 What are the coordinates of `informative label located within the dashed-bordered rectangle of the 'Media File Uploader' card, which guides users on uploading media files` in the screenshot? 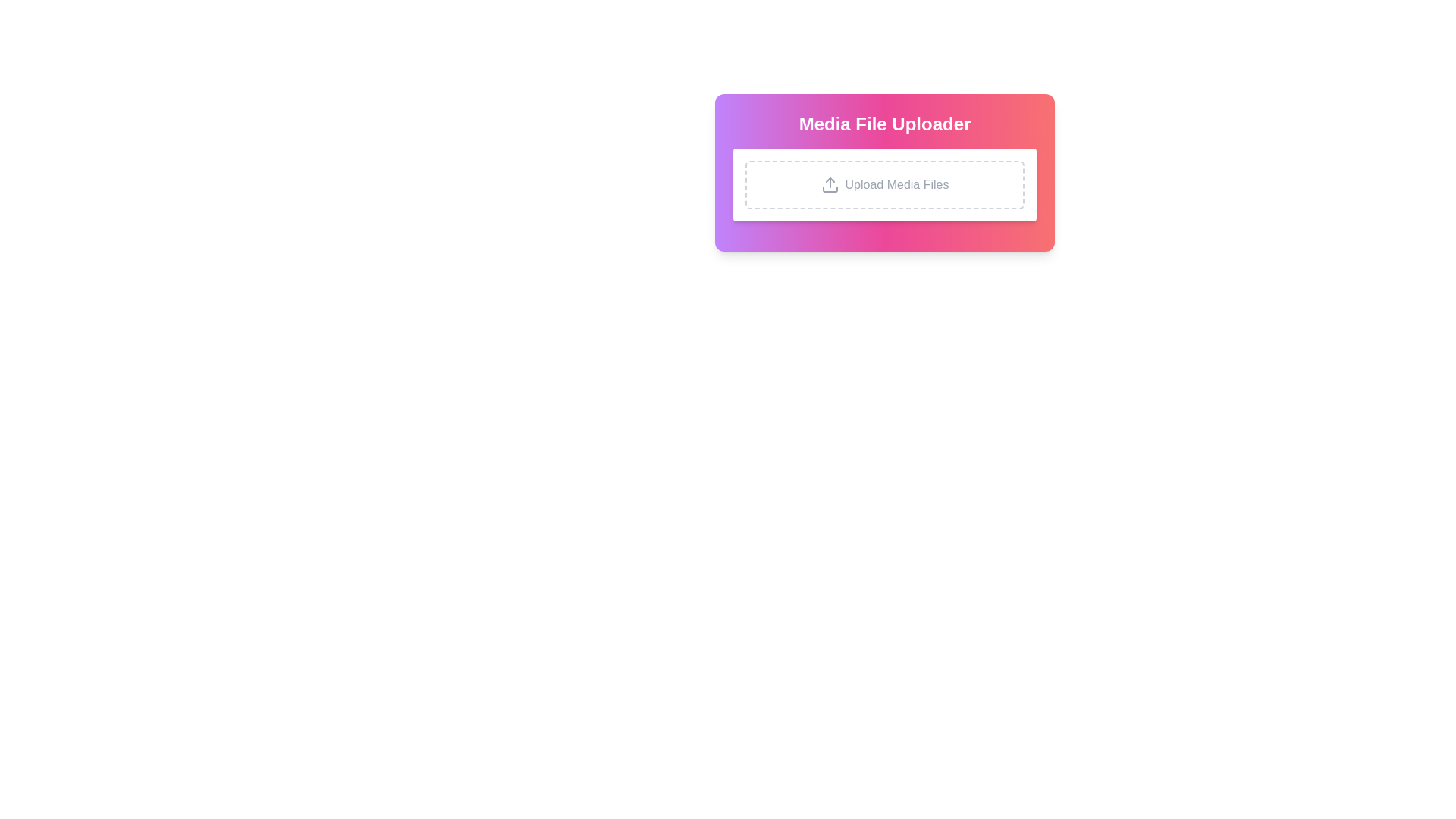 It's located at (896, 184).